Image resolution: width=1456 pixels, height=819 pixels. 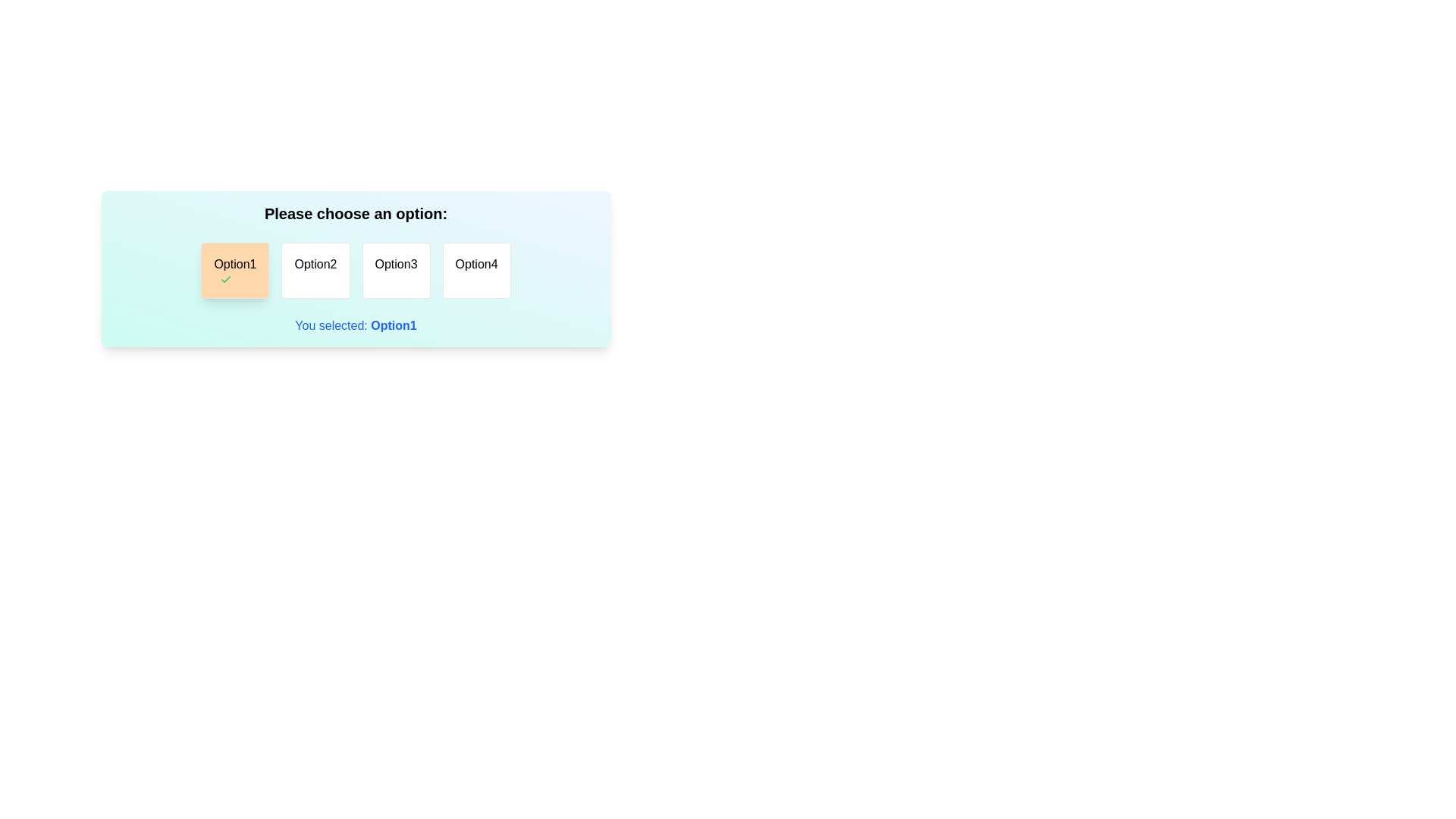 I want to click on the second button in a group of four horizontal options, so click(x=315, y=270).